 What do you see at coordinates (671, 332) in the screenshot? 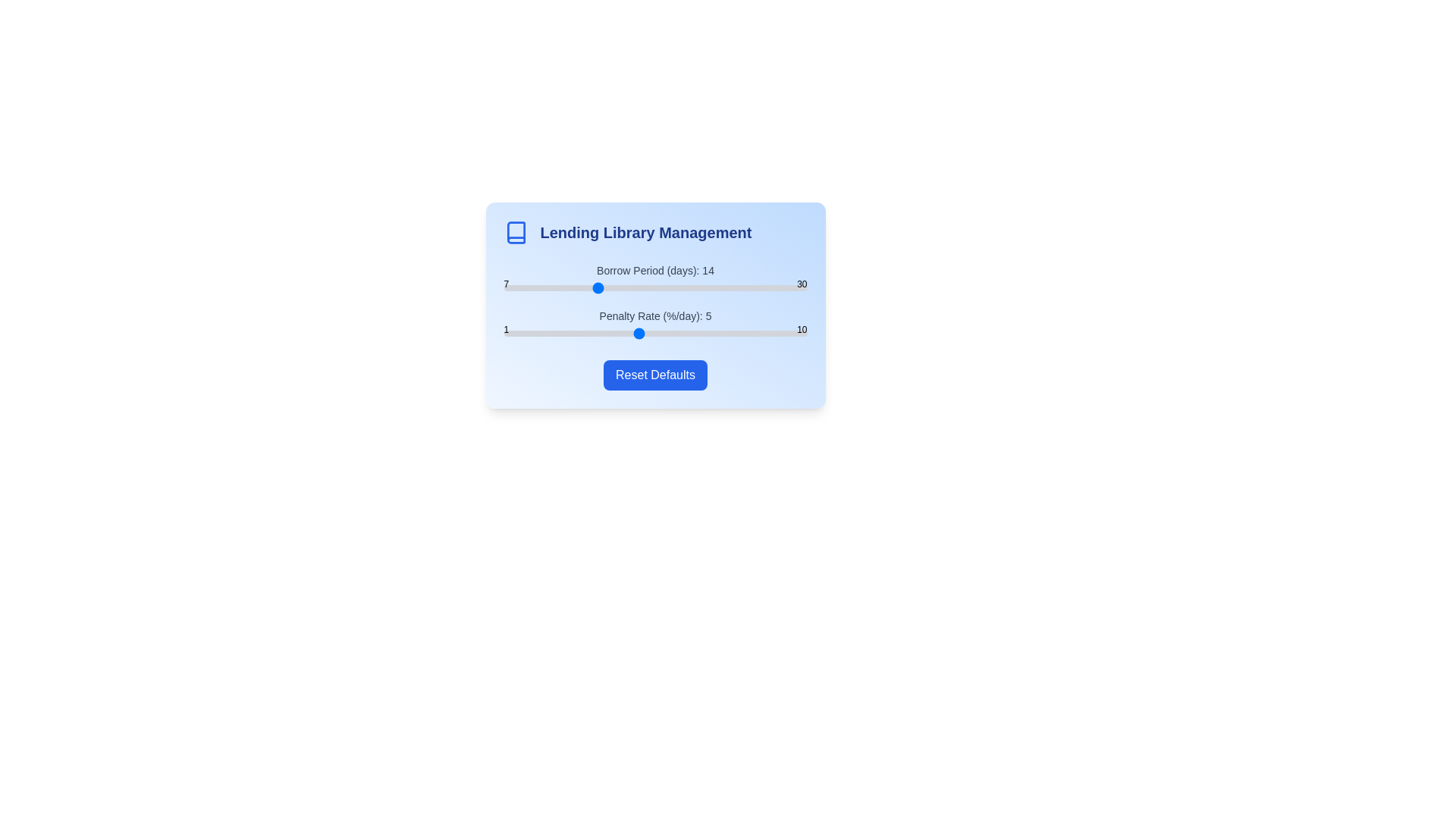
I see `the 'Penalty Rate' slider to set the penalty rate to 6%` at bounding box center [671, 332].